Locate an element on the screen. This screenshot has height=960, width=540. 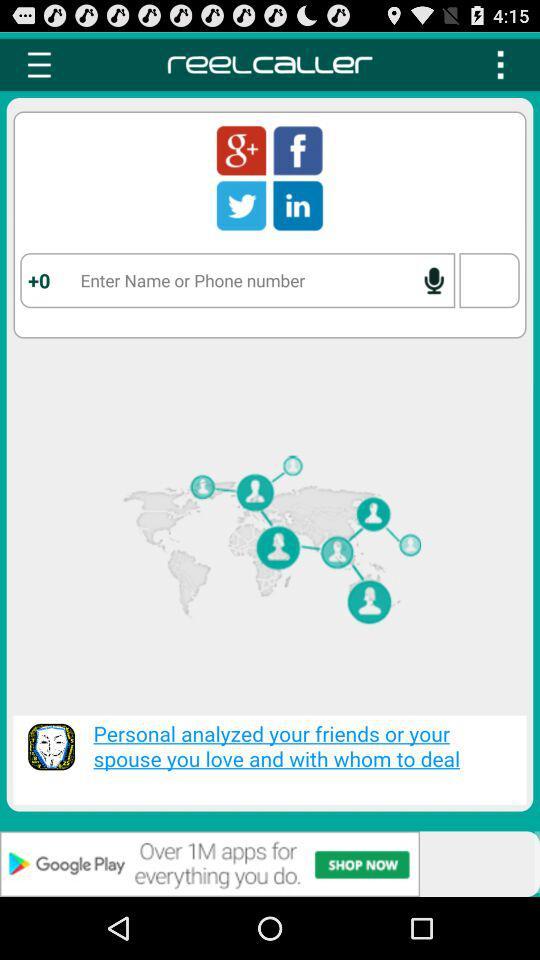
click more options is located at coordinates (499, 64).